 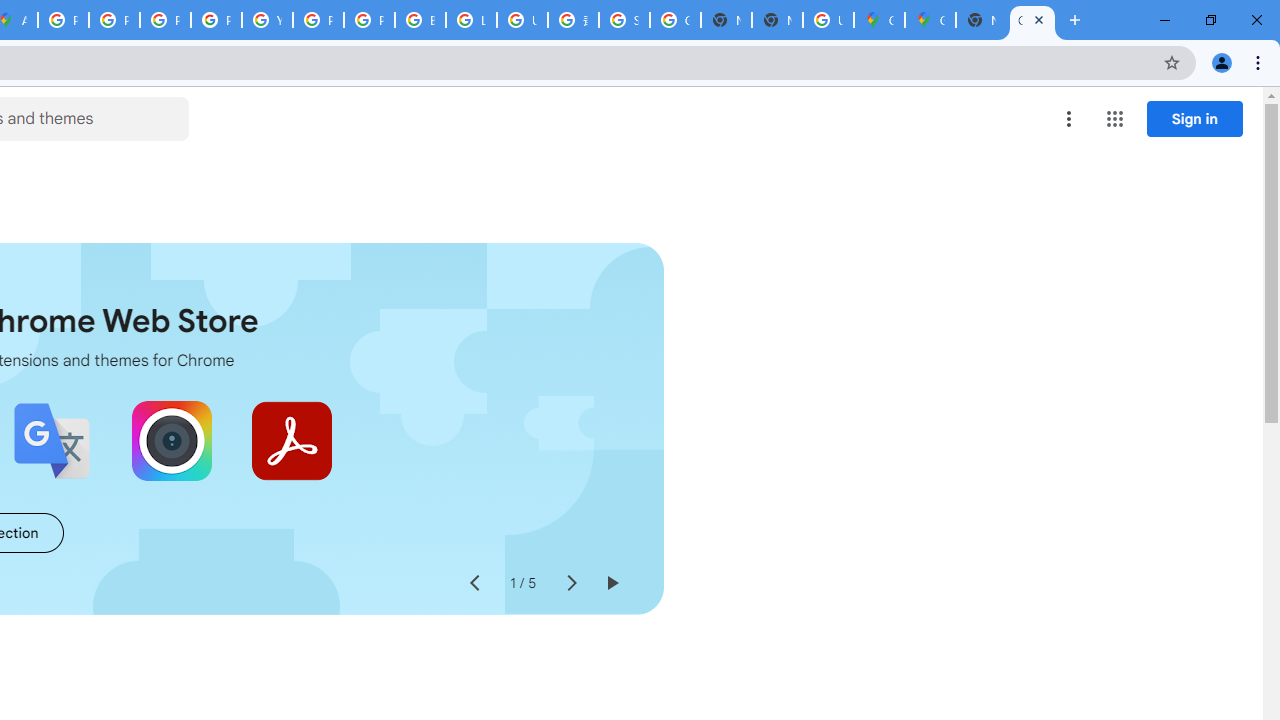 What do you see at coordinates (165, 20) in the screenshot?
I see `'Privacy Help Center - Policies Help'` at bounding box center [165, 20].